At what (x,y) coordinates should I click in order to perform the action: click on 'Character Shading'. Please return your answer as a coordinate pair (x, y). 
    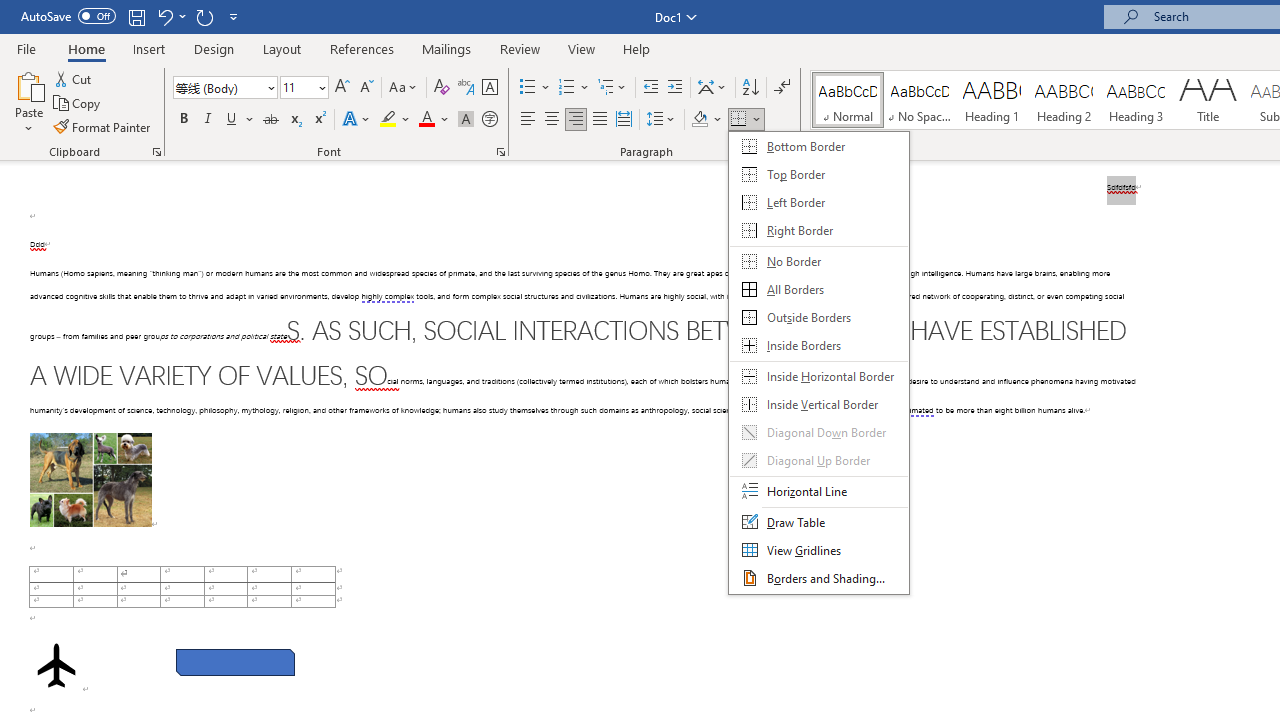
    Looking at the image, I should click on (464, 119).